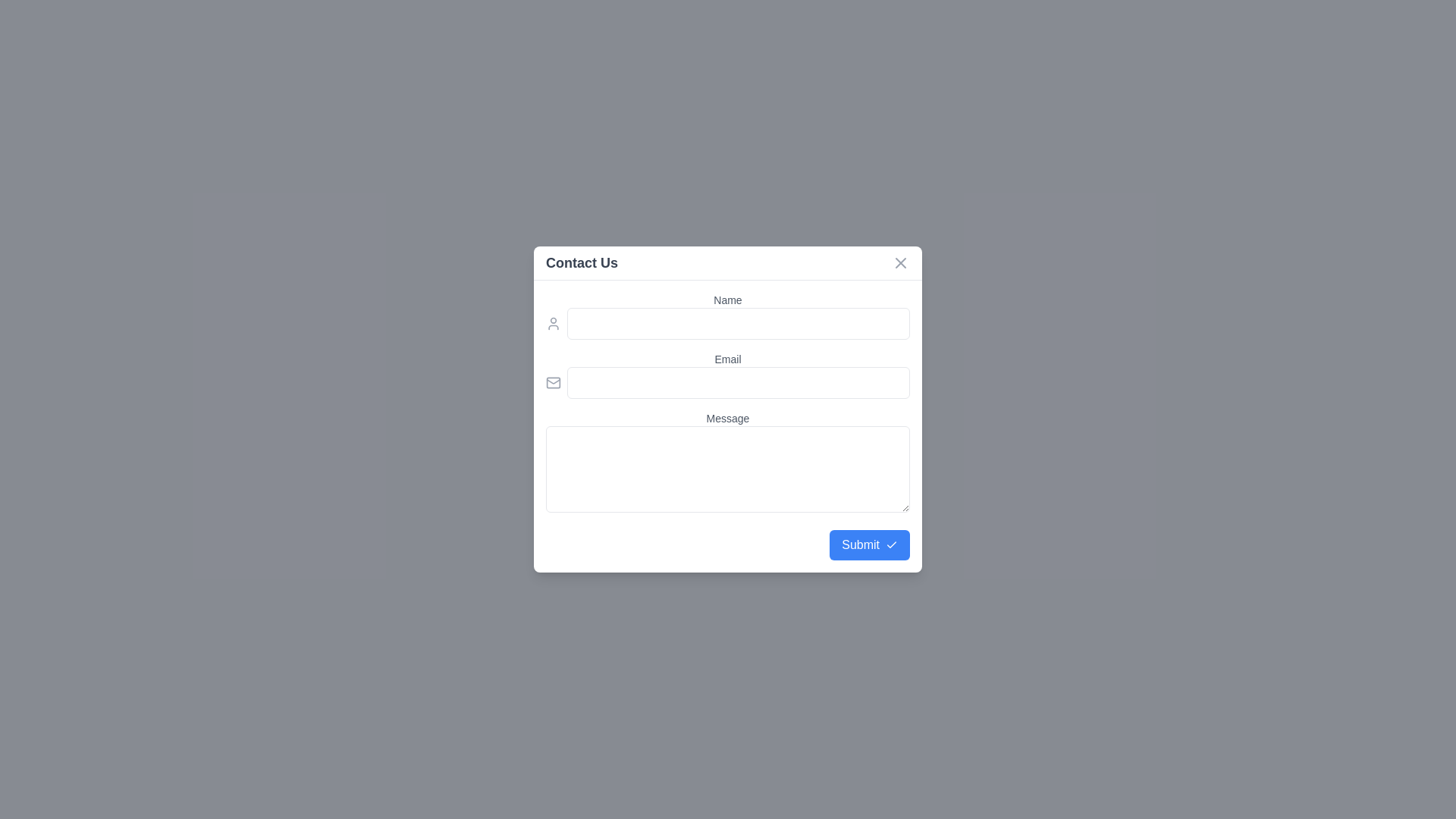 This screenshot has height=819, width=1456. Describe the element at coordinates (552, 323) in the screenshot. I see `the user icon, which is a gray outlined figure representing user-related functionality, located to the left of the 'Name' input field` at that location.